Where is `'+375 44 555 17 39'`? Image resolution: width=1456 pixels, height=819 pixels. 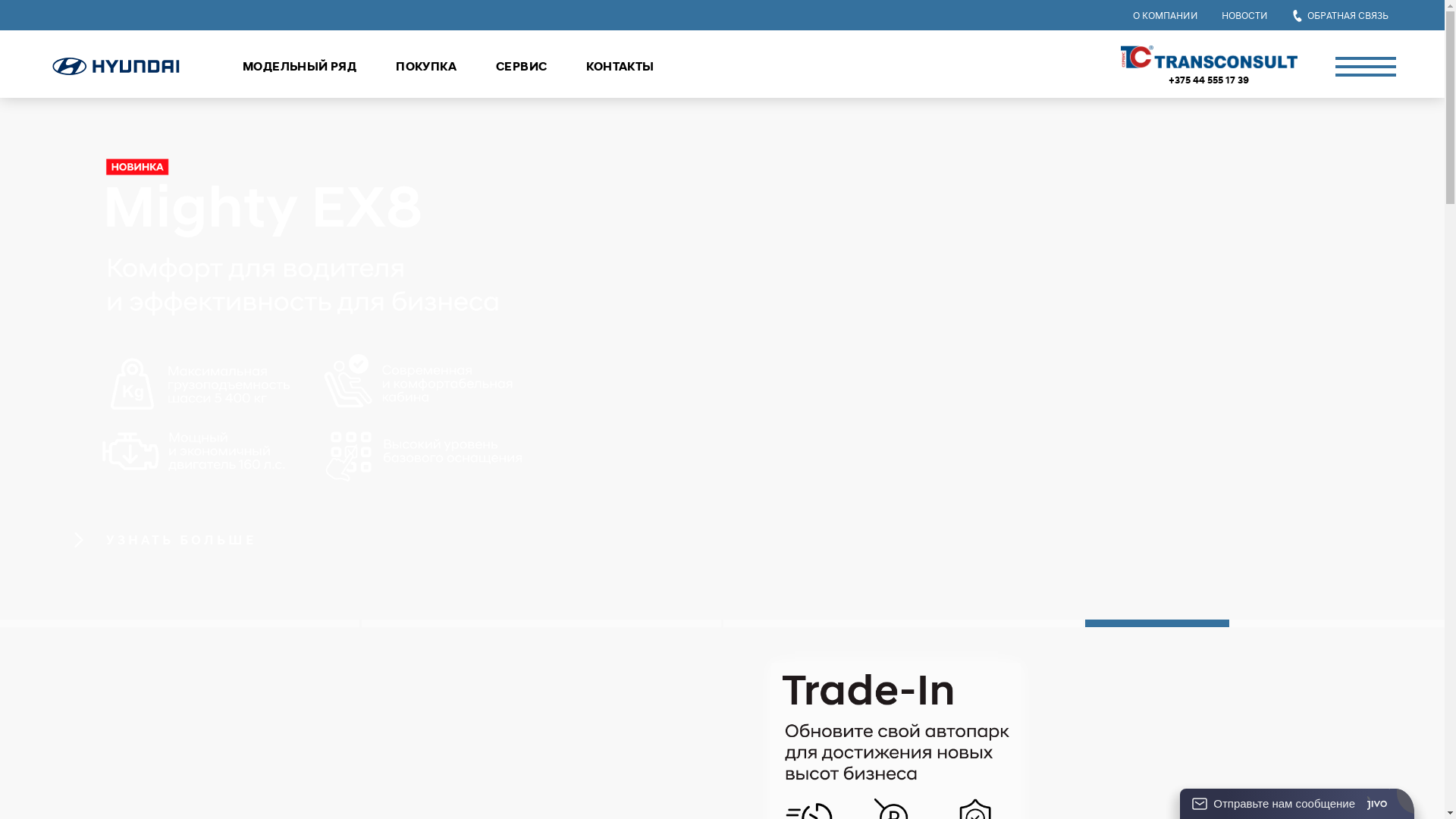 '+375 44 555 17 39' is located at coordinates (1207, 79).